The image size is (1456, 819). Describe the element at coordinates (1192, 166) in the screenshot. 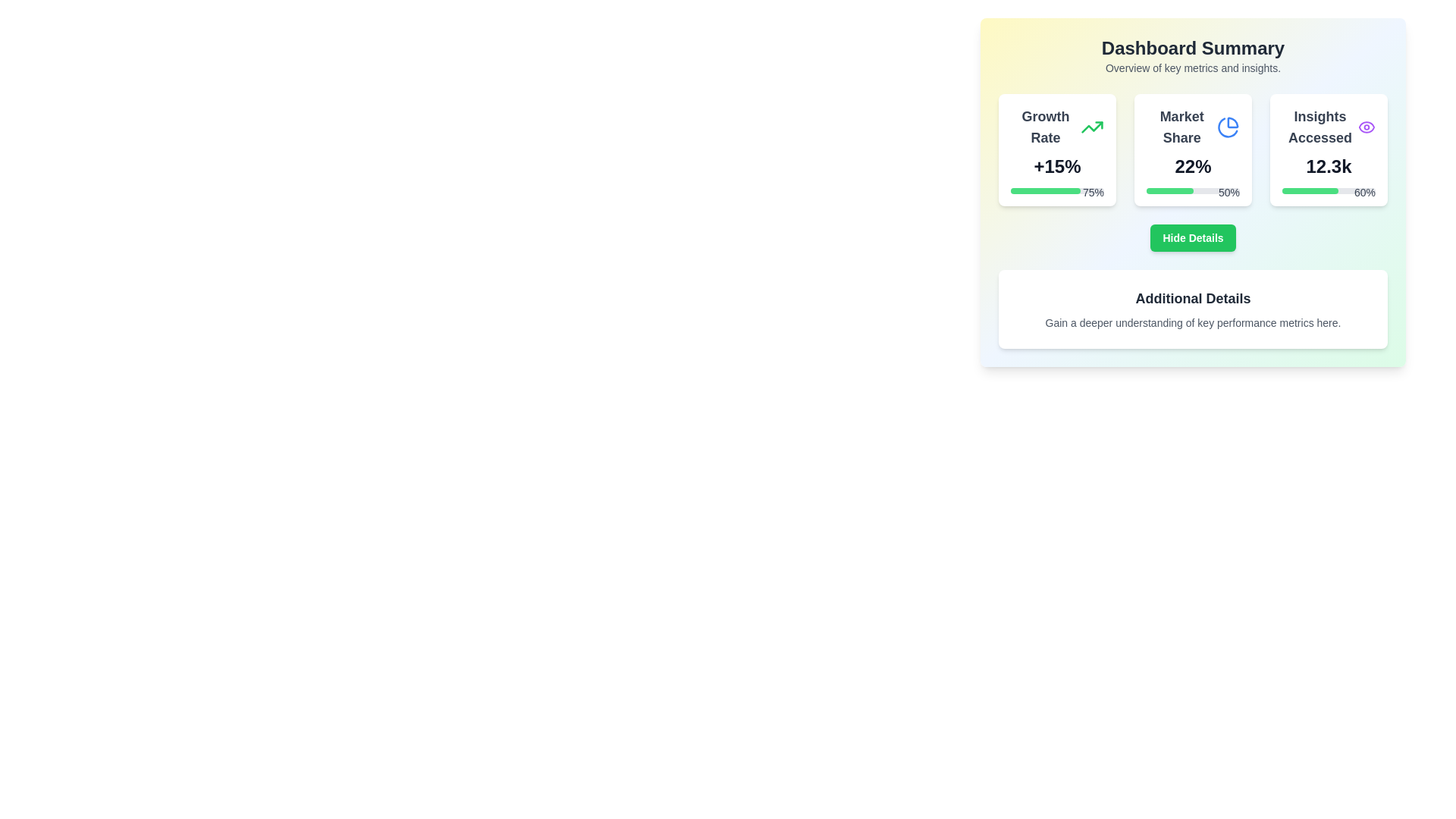

I see `the static text indicating the percentage value of market share on the dashboard, located between the 'Growth Rate' and 'Insights Accessed' sections` at that location.